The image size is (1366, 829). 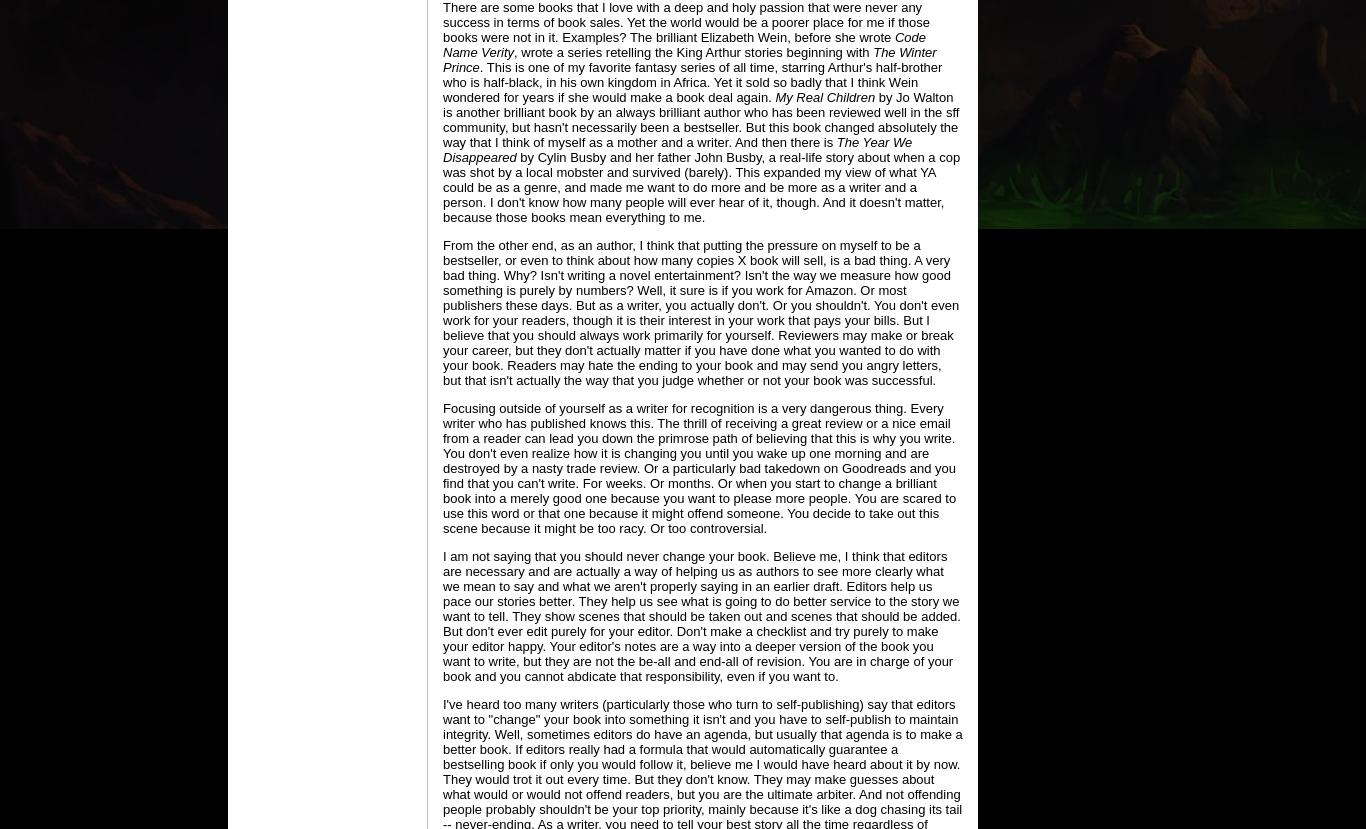 What do you see at coordinates (693, 51) in the screenshot?
I see `', wrote a series retelling the King Arthur stories
beginning with'` at bounding box center [693, 51].